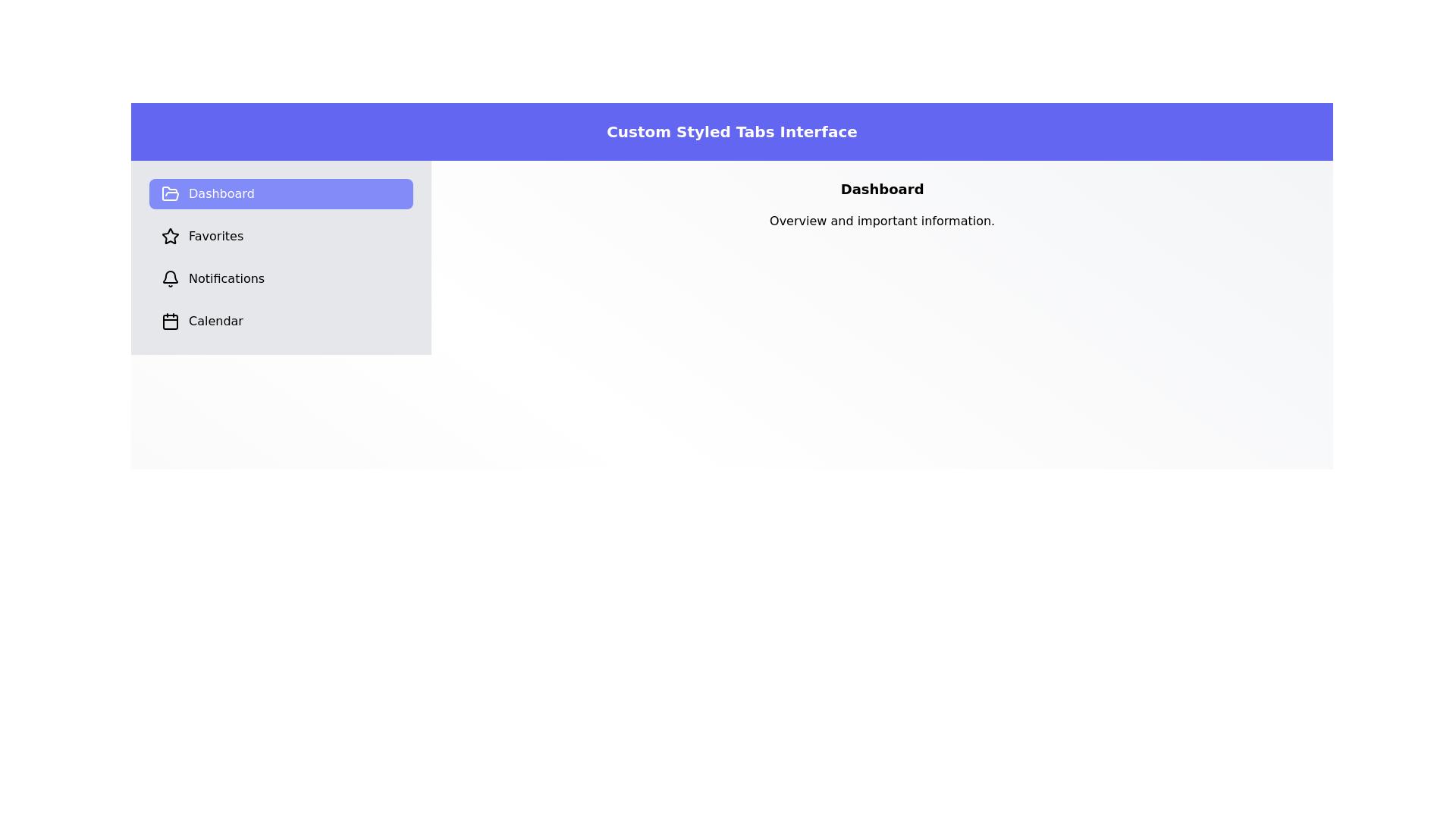  Describe the element at coordinates (281, 237) in the screenshot. I see `the Favorites tab to switch the content` at that location.